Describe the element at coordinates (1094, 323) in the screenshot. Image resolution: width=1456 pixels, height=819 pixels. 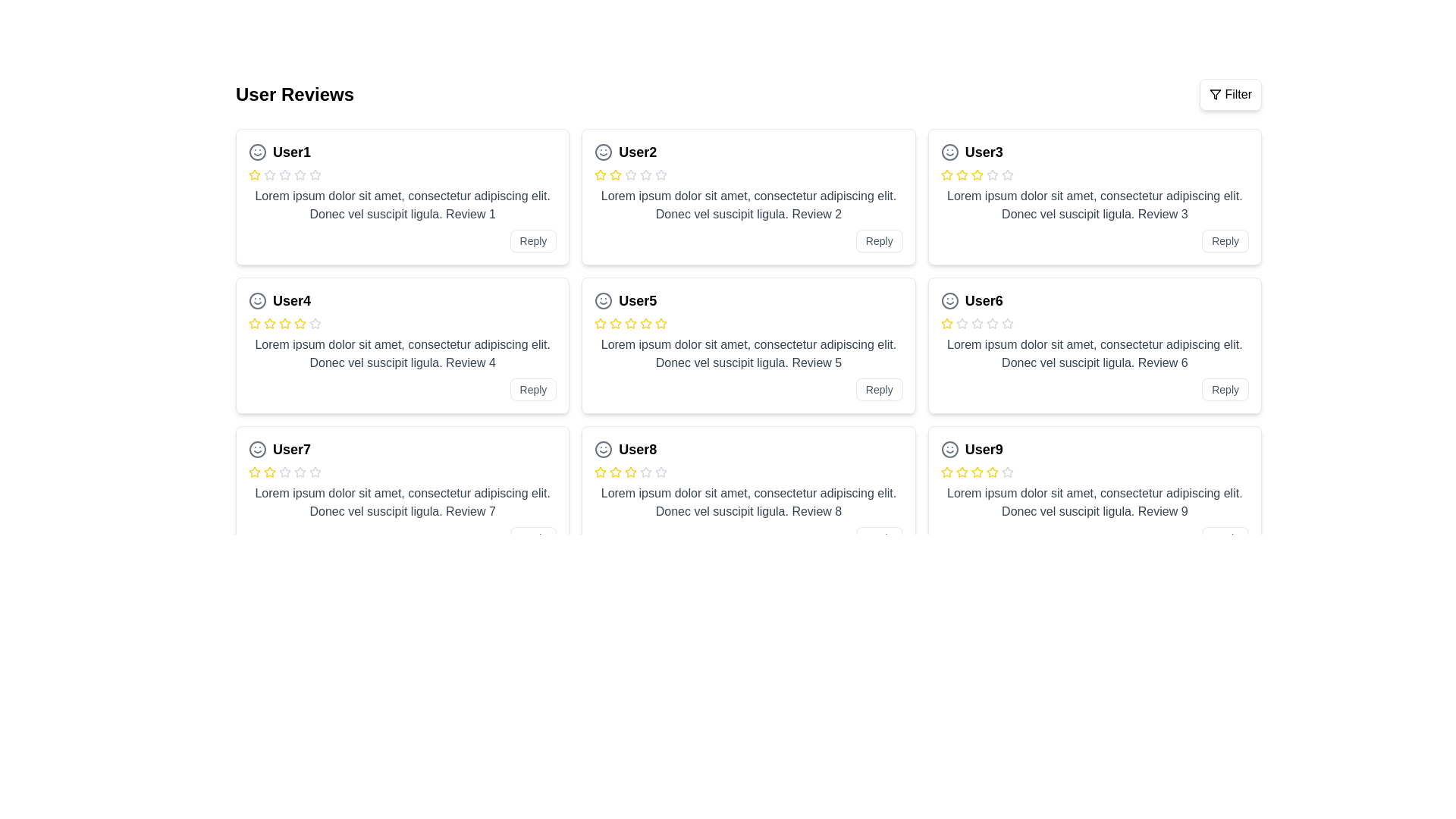
I see `the Rating control for 'User6' in the second row of the review cards` at that location.